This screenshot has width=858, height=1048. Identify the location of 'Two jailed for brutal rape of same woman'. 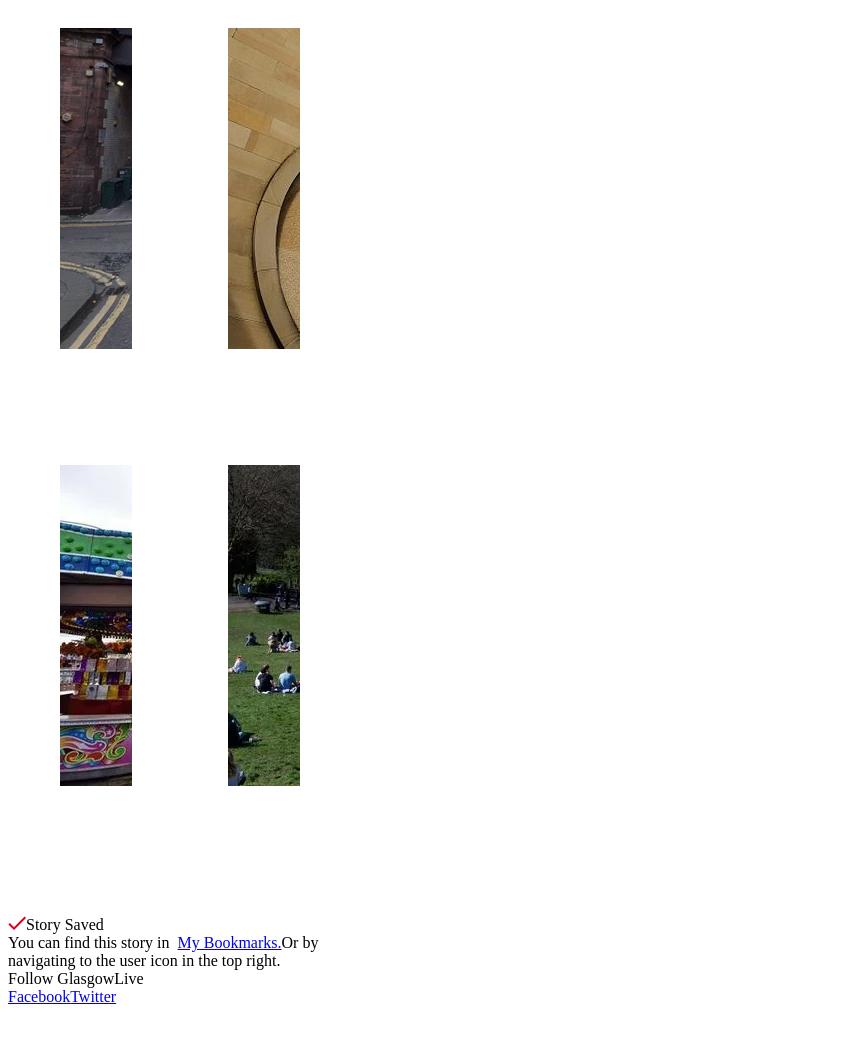
(261, 401).